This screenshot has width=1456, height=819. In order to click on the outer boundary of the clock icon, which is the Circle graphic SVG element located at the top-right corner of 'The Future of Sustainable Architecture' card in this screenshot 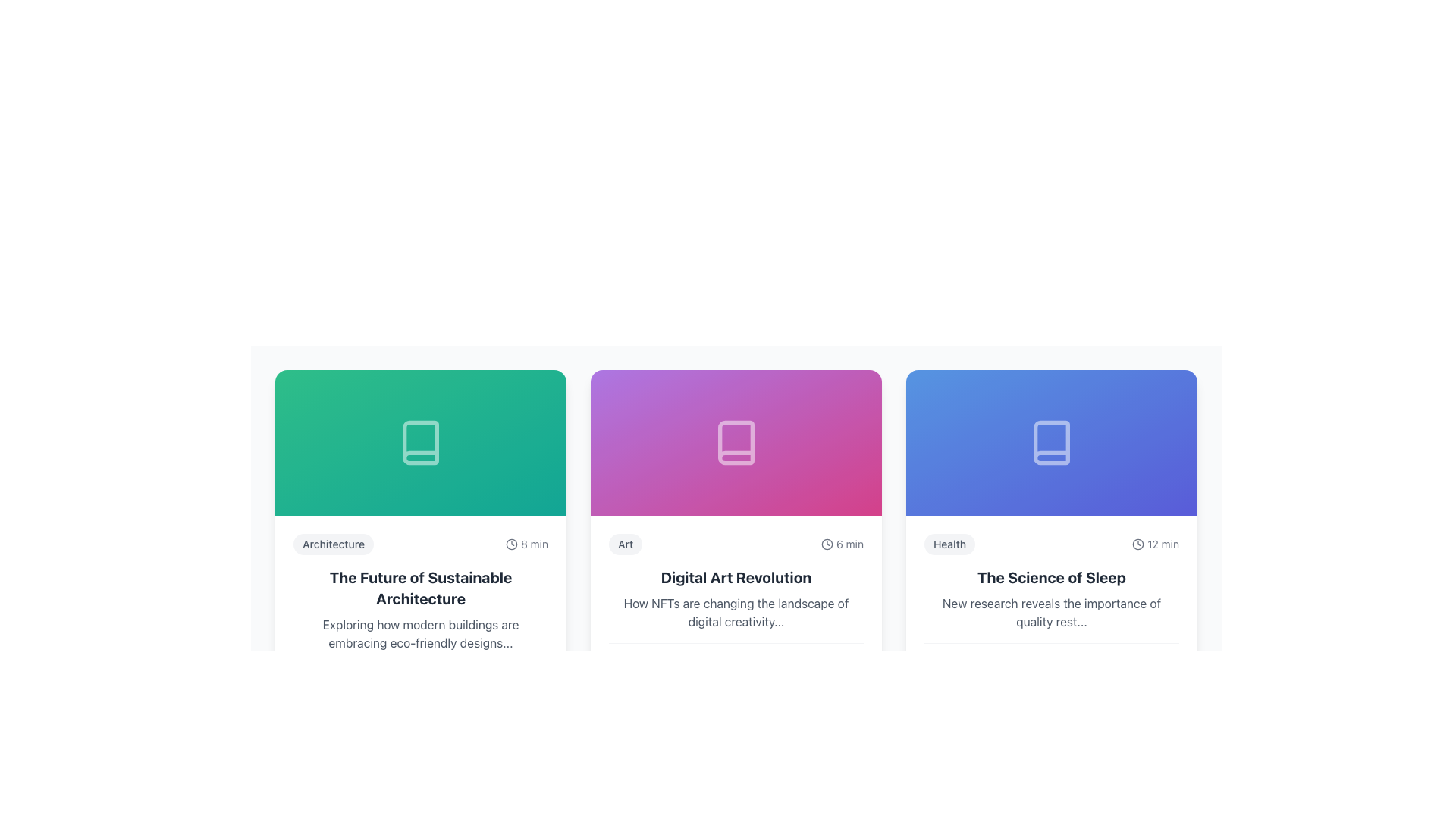, I will do `click(512, 543)`.